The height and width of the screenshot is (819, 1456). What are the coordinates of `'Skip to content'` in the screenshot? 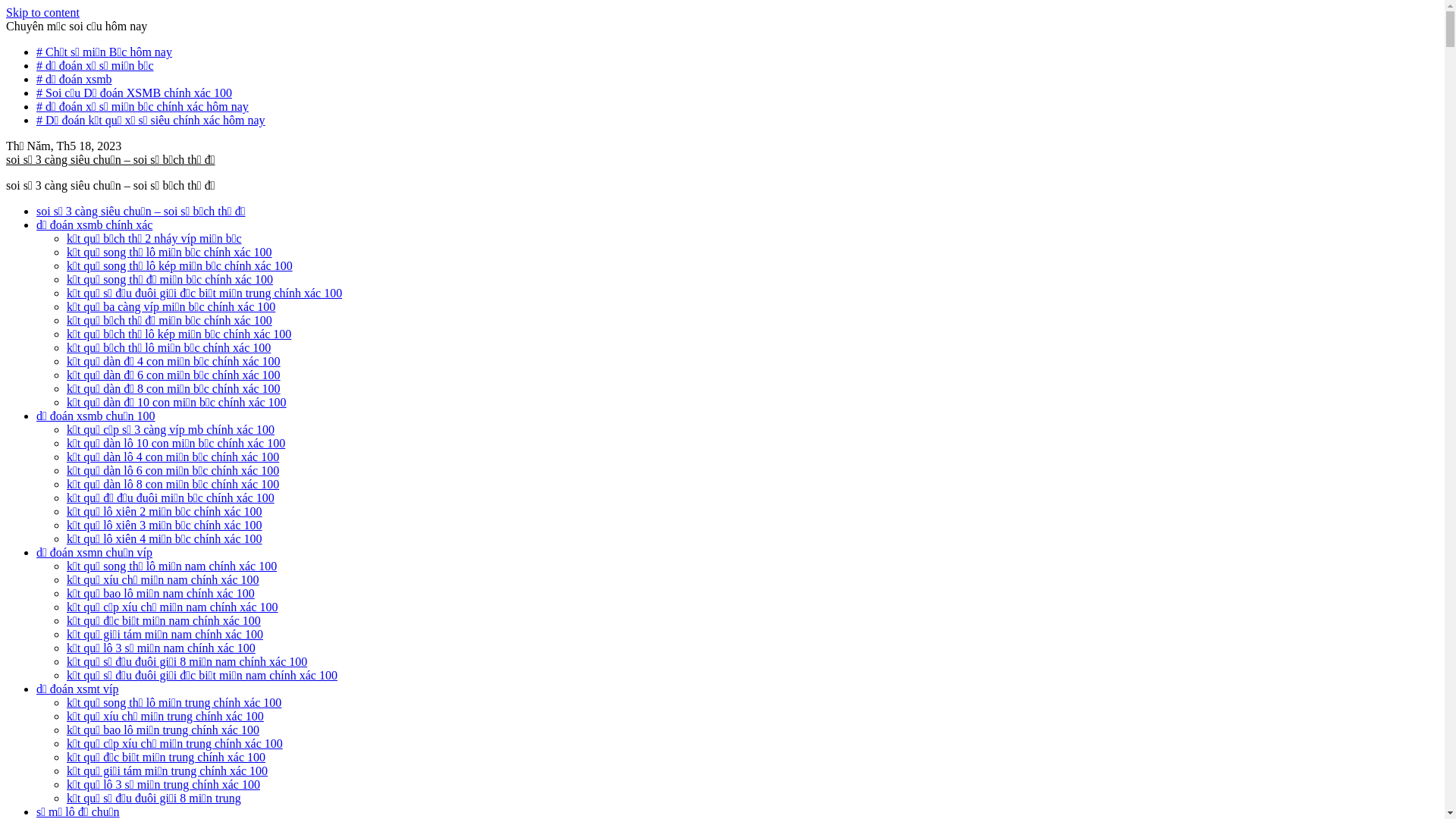 It's located at (6, 12).